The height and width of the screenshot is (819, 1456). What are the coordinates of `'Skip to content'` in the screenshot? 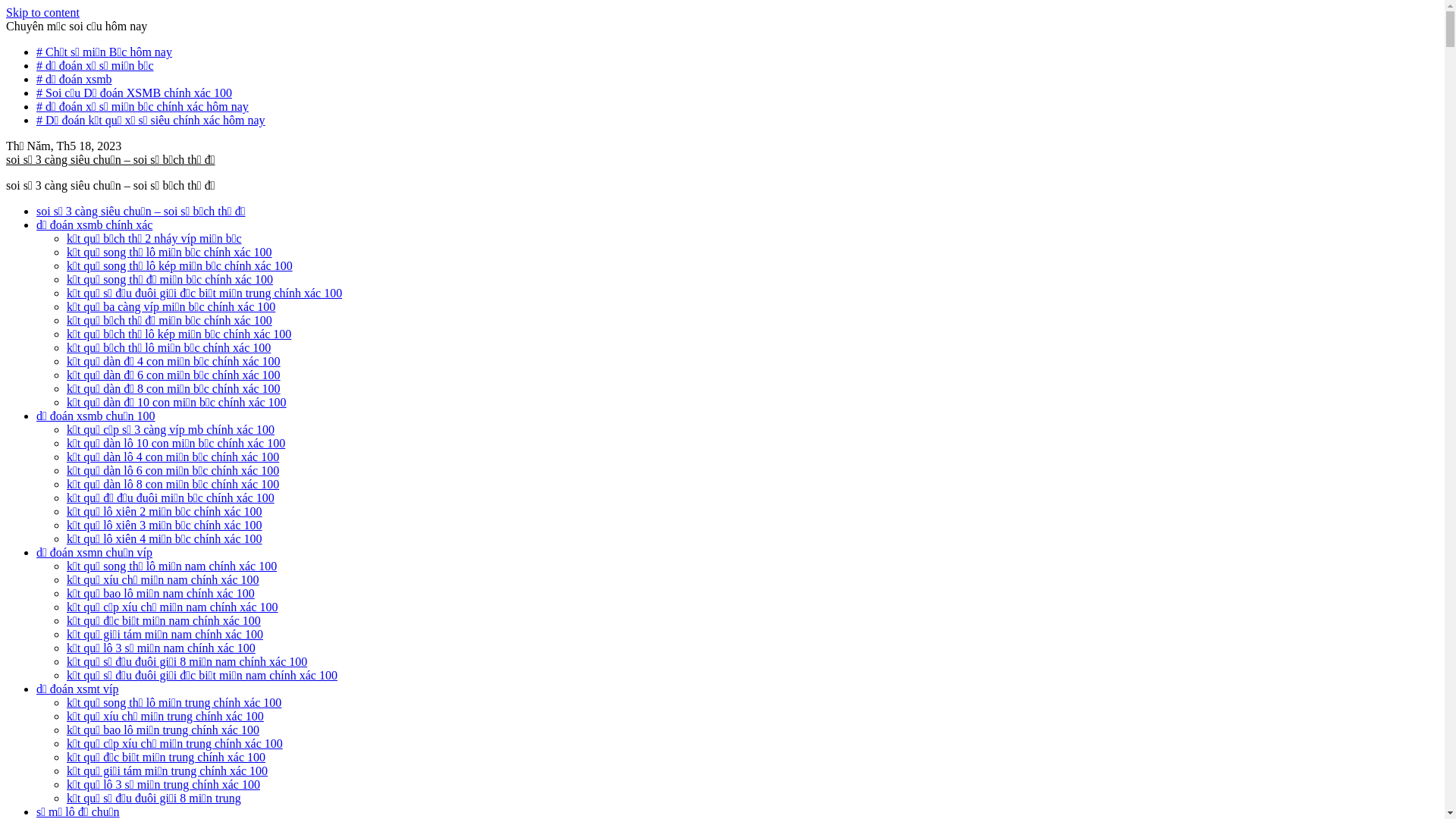 It's located at (6, 12).